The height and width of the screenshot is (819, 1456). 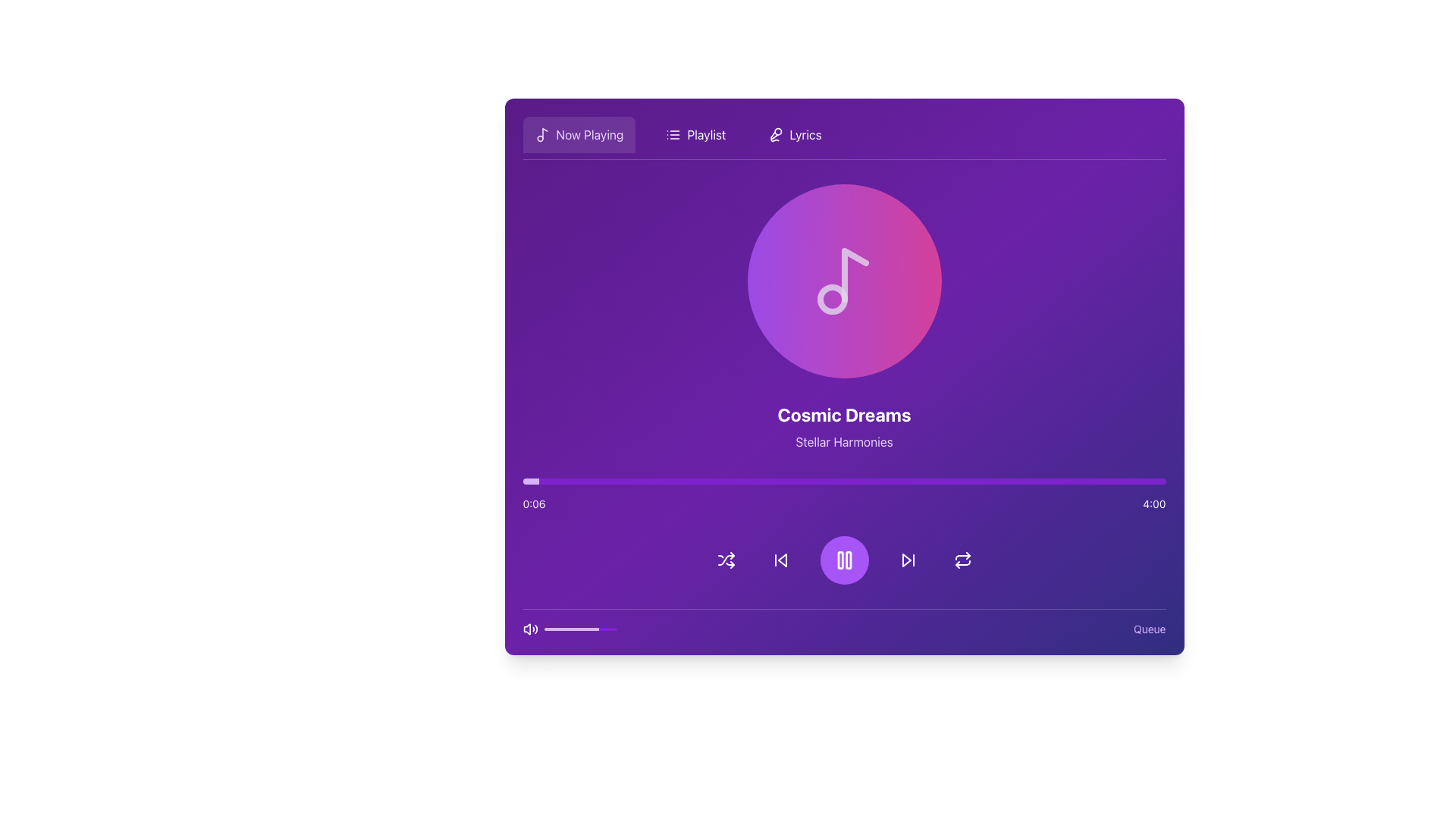 What do you see at coordinates (780, 560) in the screenshot?
I see `the backward skip button, which is an icon resembling a triangular arrow pointing left, to skip to the previous track` at bounding box center [780, 560].